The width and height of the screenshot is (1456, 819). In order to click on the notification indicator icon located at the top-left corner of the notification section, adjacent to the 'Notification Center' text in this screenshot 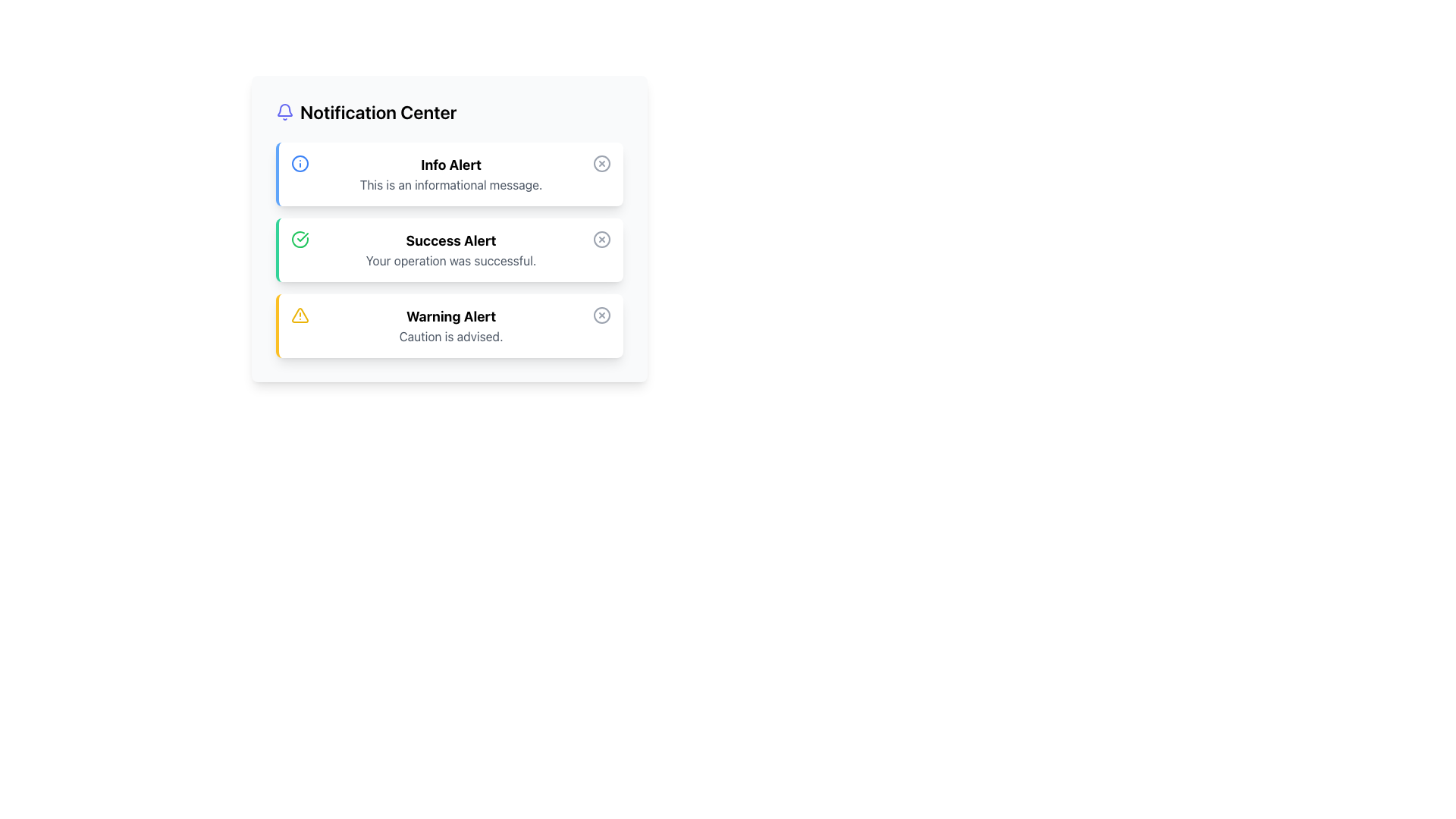, I will do `click(284, 111)`.